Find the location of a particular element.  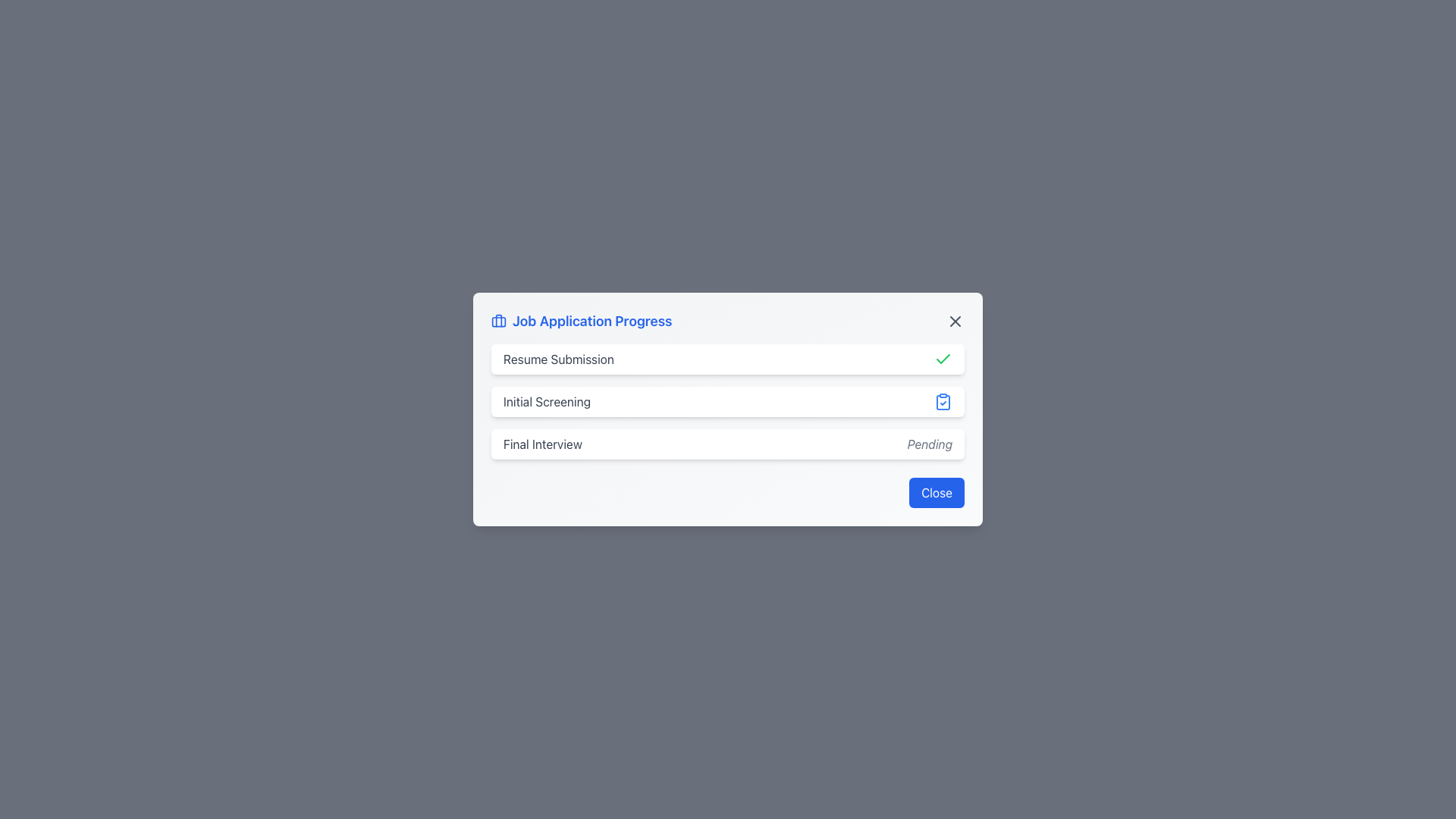

the 'X' button in the top-right corner of the 'Job Application Progress' modal is located at coordinates (954, 321).